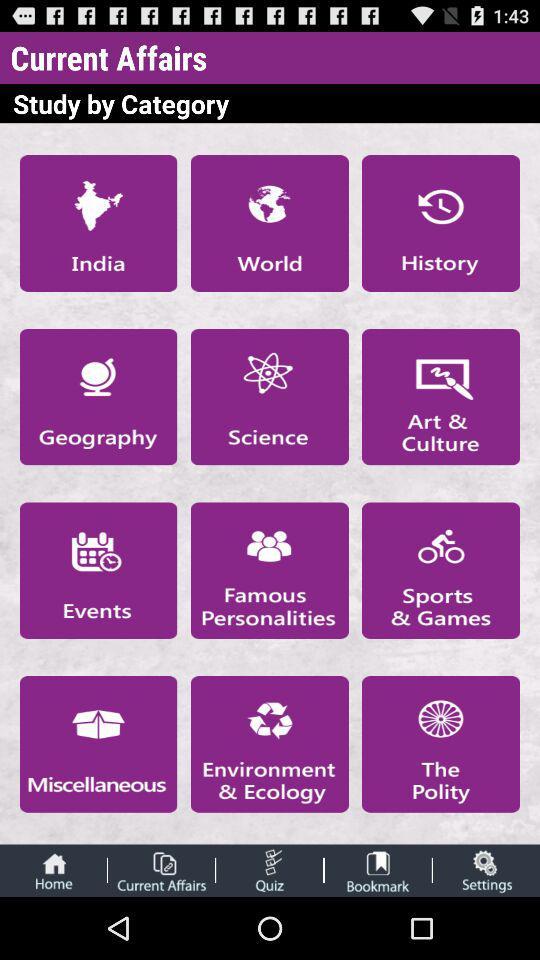  What do you see at coordinates (378, 869) in the screenshot?
I see `bookmarks tab` at bounding box center [378, 869].